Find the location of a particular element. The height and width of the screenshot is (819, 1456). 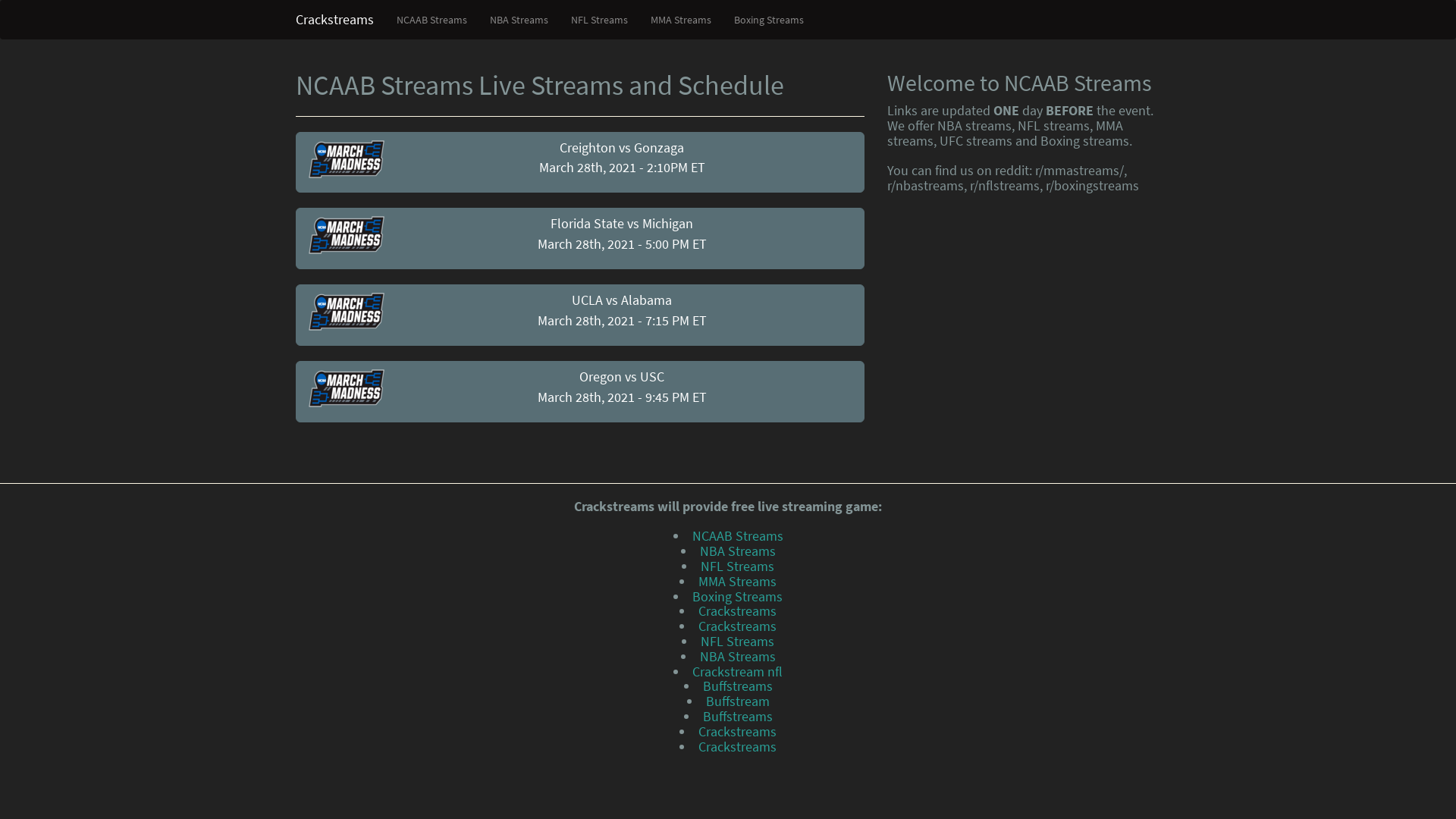

'NCAAB Streams' is located at coordinates (345, 311).